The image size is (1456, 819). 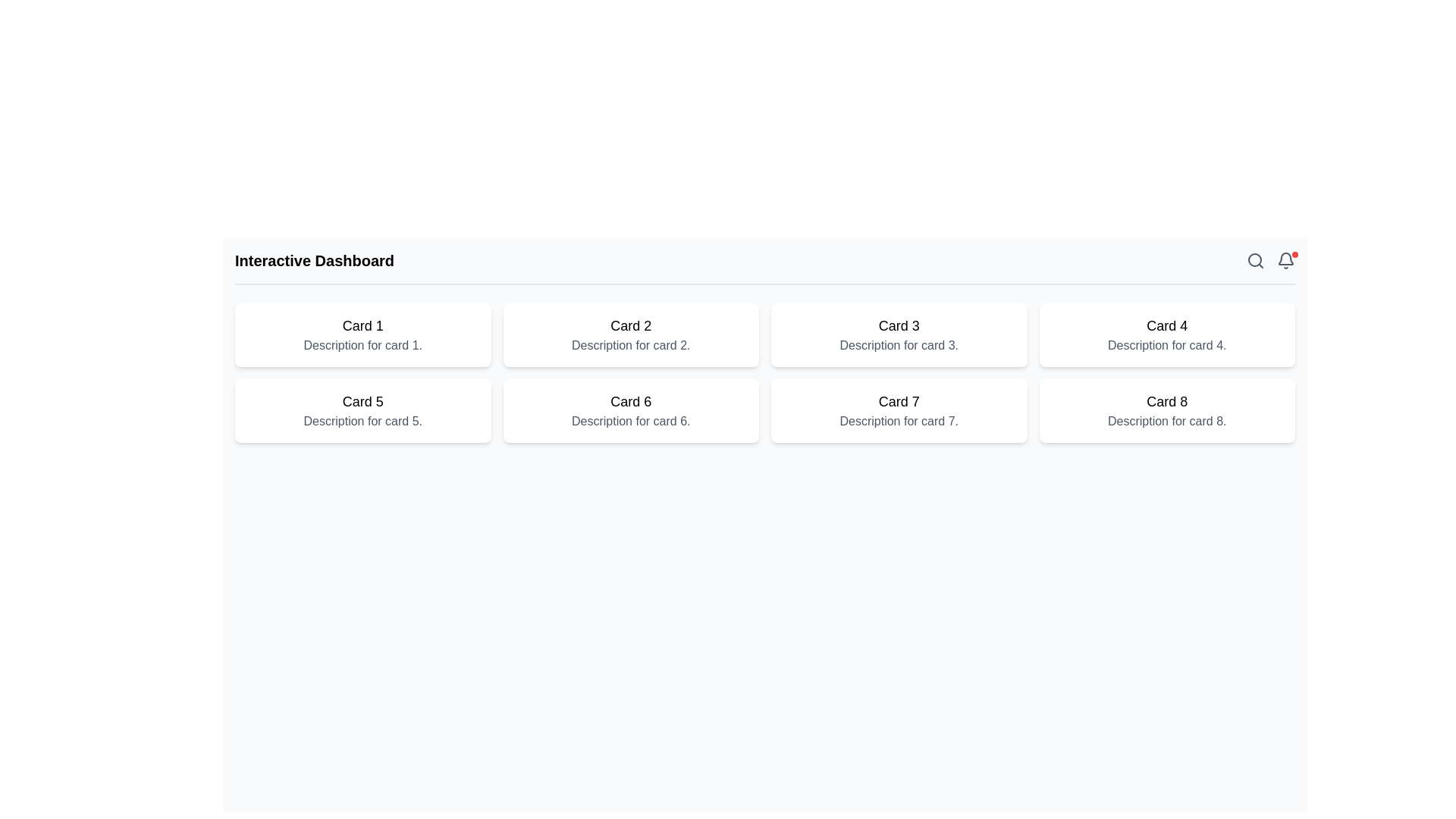 What do you see at coordinates (1285, 259) in the screenshot?
I see `the notification bell icon located at the top-right corner of the interface` at bounding box center [1285, 259].